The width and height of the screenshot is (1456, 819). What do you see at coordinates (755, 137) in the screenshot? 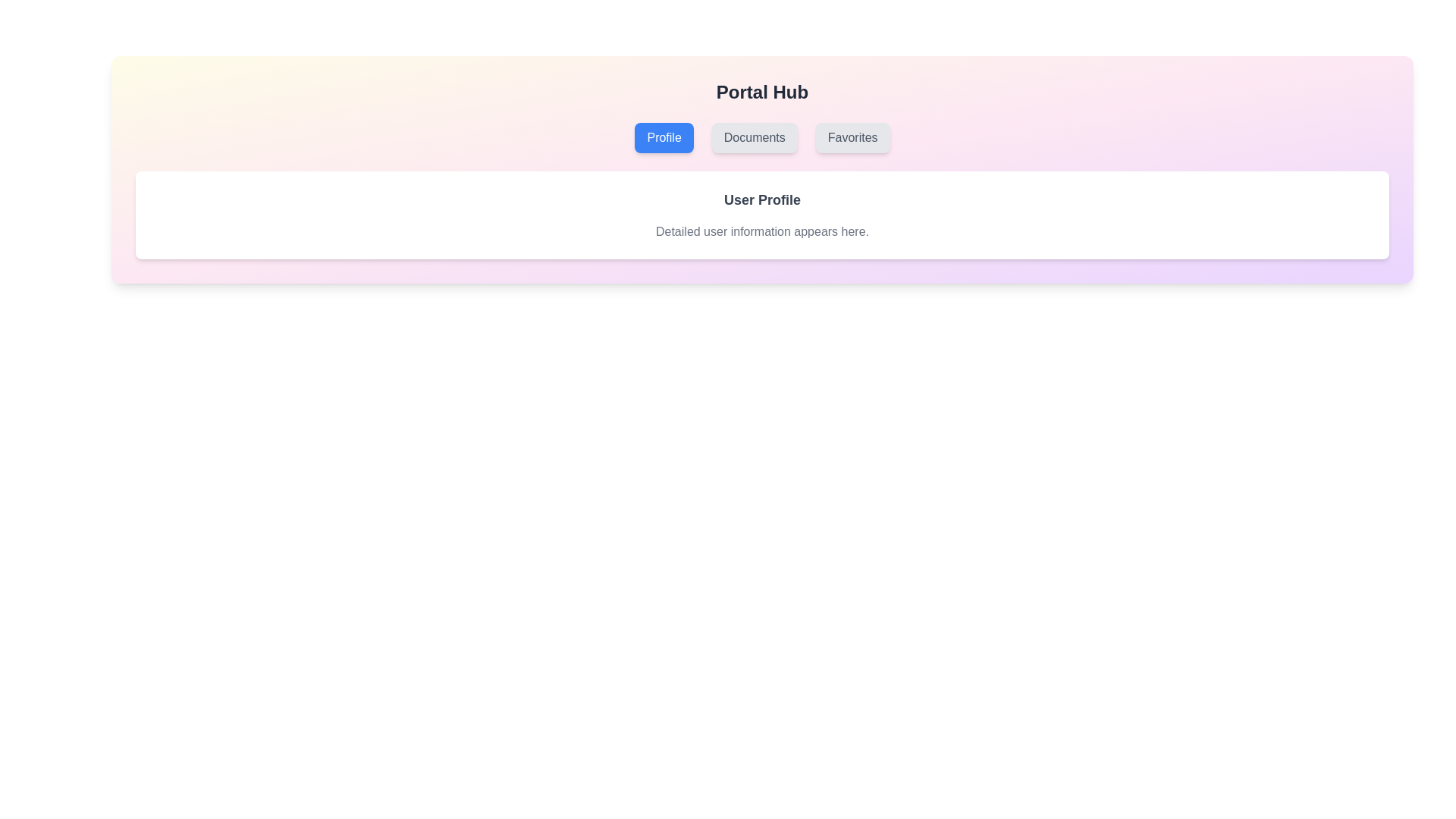
I see `the second button in the horizontal group of three buttons, located below the 'Portal Hub' heading` at bounding box center [755, 137].